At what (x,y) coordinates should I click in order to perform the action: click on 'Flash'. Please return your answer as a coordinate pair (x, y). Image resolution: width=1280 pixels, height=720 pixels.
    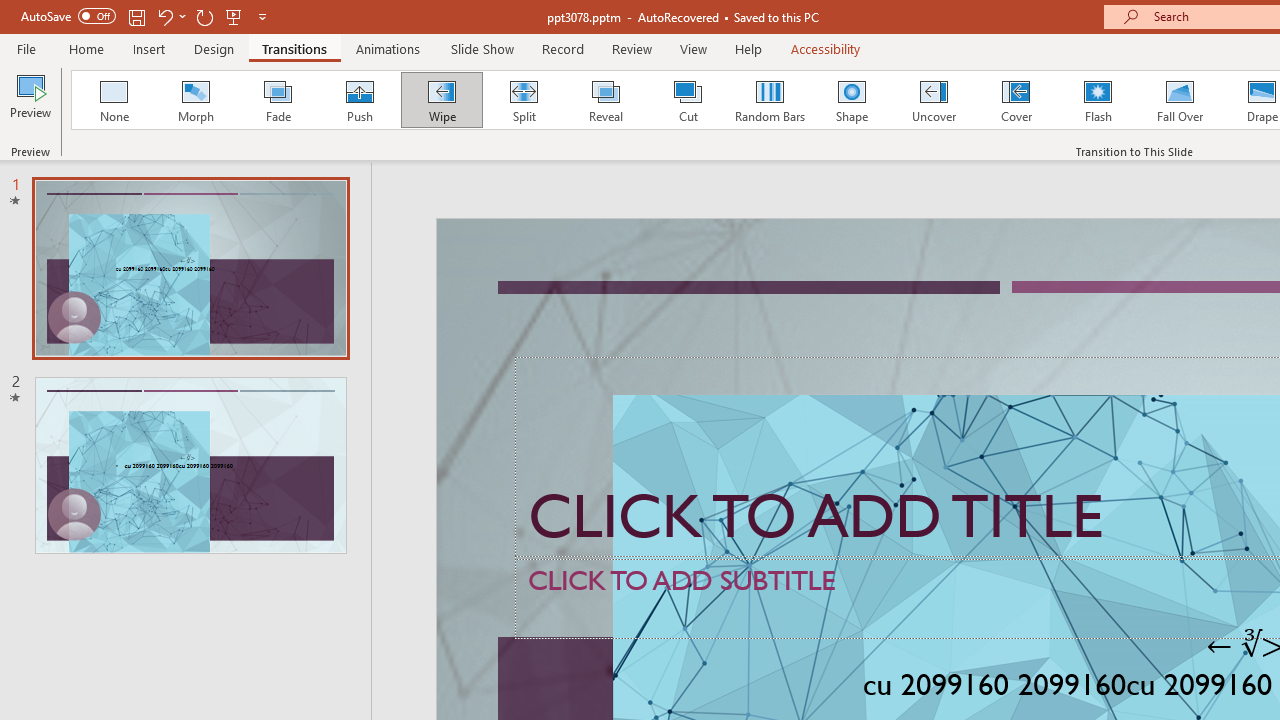
    Looking at the image, I should click on (1097, 100).